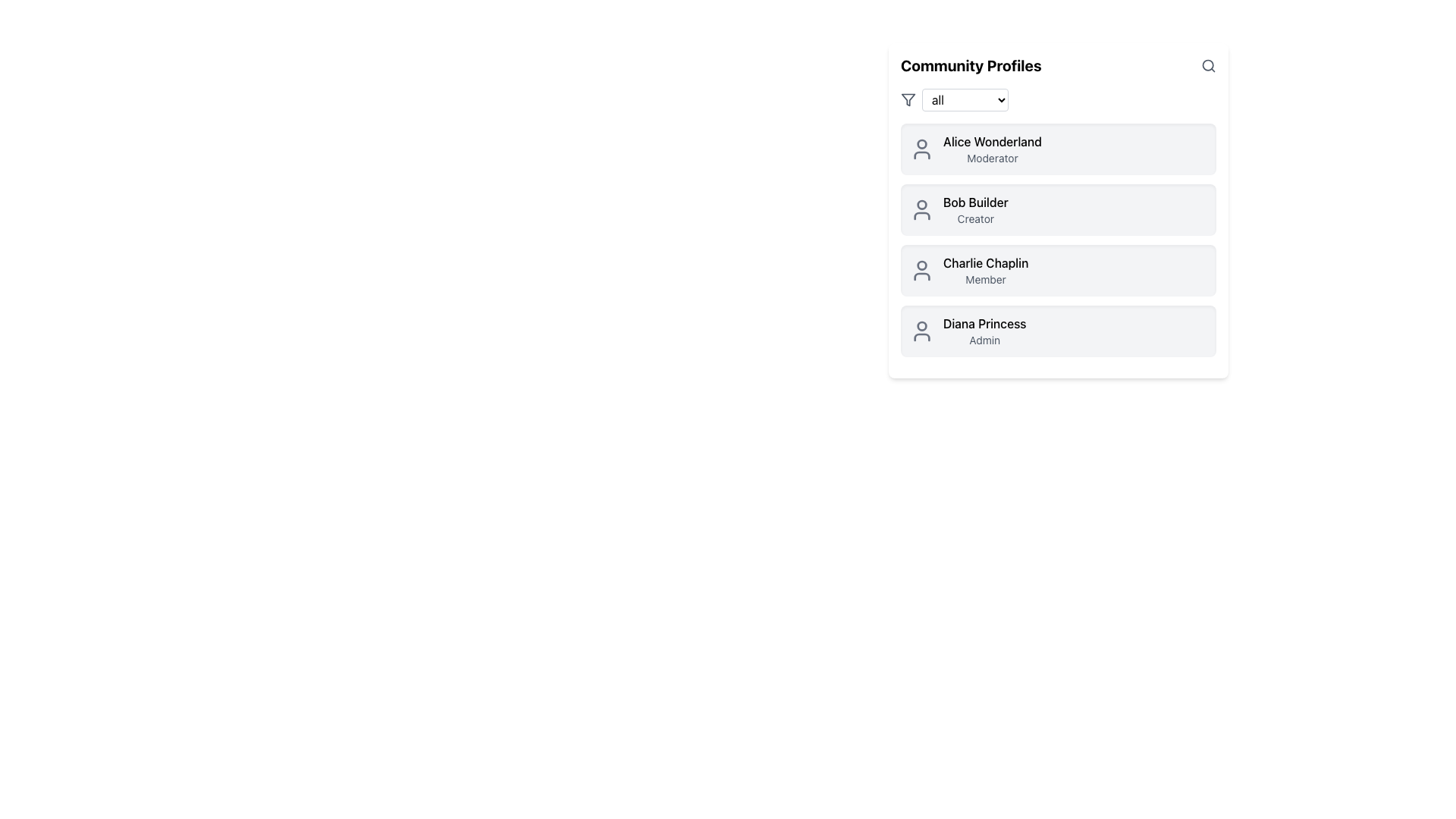  What do you see at coordinates (993, 141) in the screenshot?
I see `the text label displaying 'Alice Wonderland'` at bounding box center [993, 141].